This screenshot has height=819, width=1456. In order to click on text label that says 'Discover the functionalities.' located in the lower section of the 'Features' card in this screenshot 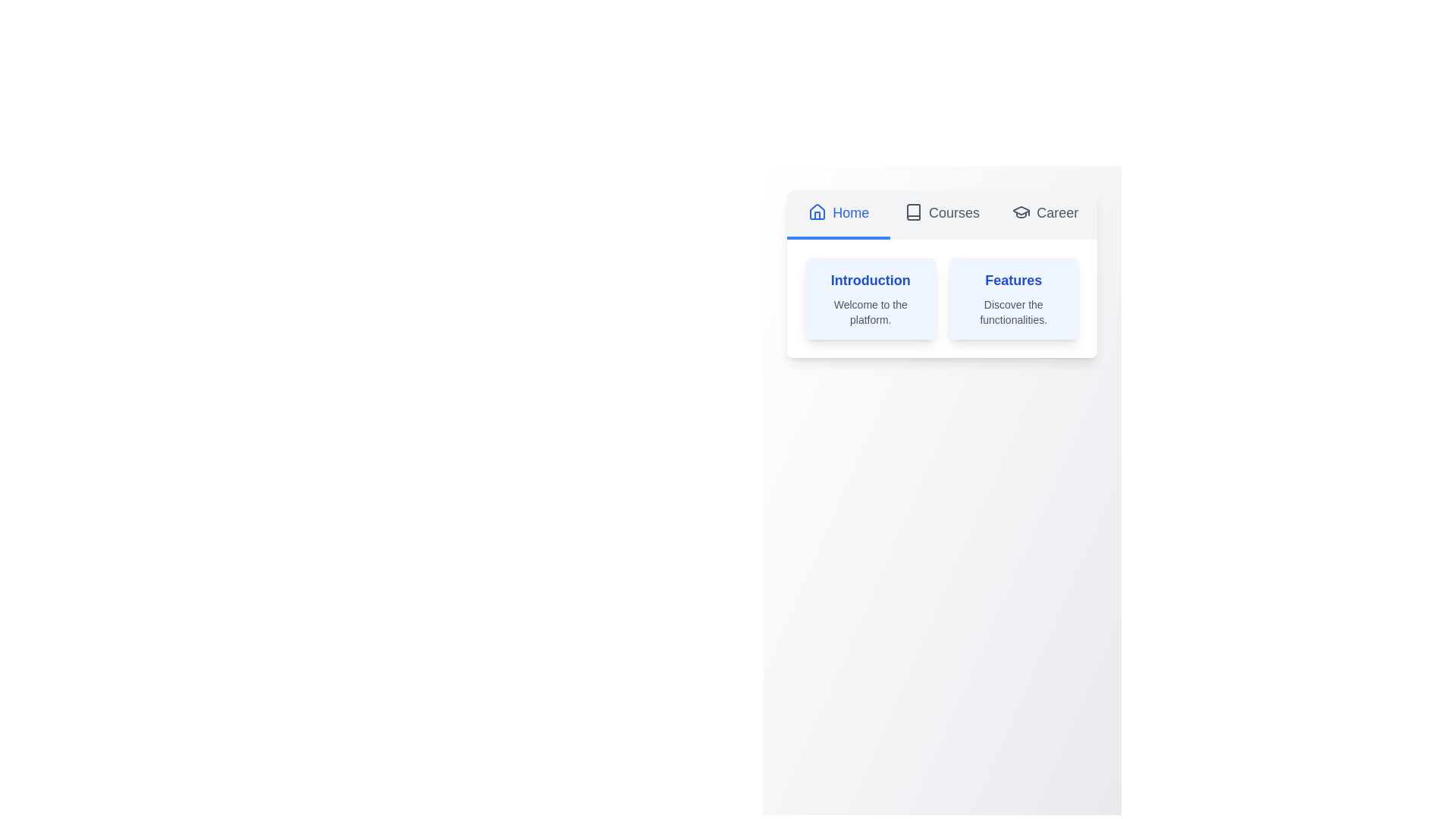, I will do `click(1013, 312)`.